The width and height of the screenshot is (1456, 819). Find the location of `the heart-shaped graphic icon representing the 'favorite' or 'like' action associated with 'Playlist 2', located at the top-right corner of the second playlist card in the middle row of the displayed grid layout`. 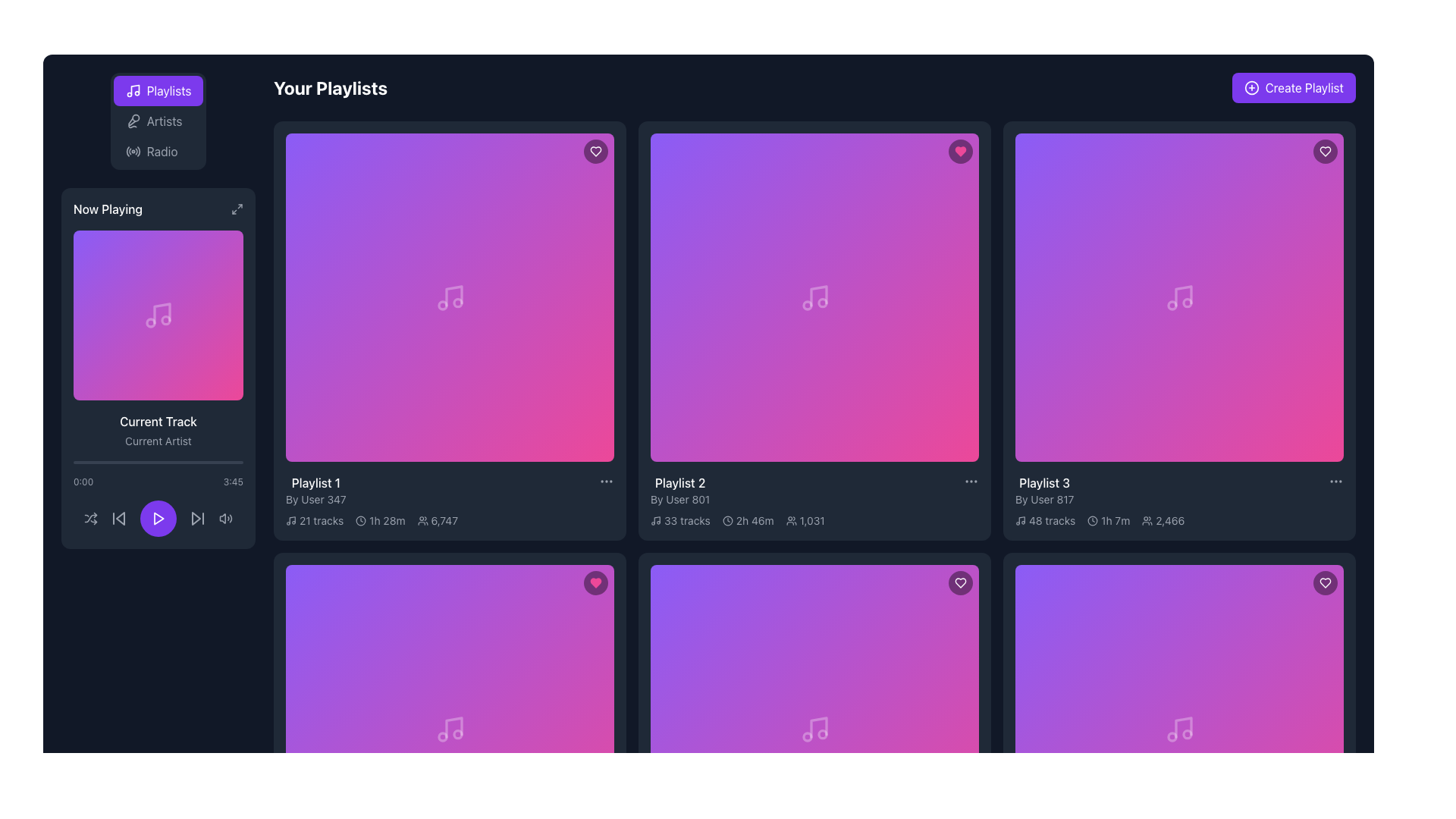

the heart-shaped graphic icon representing the 'favorite' or 'like' action associated with 'Playlist 2', located at the top-right corner of the second playlist card in the middle row of the displayed grid layout is located at coordinates (595, 582).